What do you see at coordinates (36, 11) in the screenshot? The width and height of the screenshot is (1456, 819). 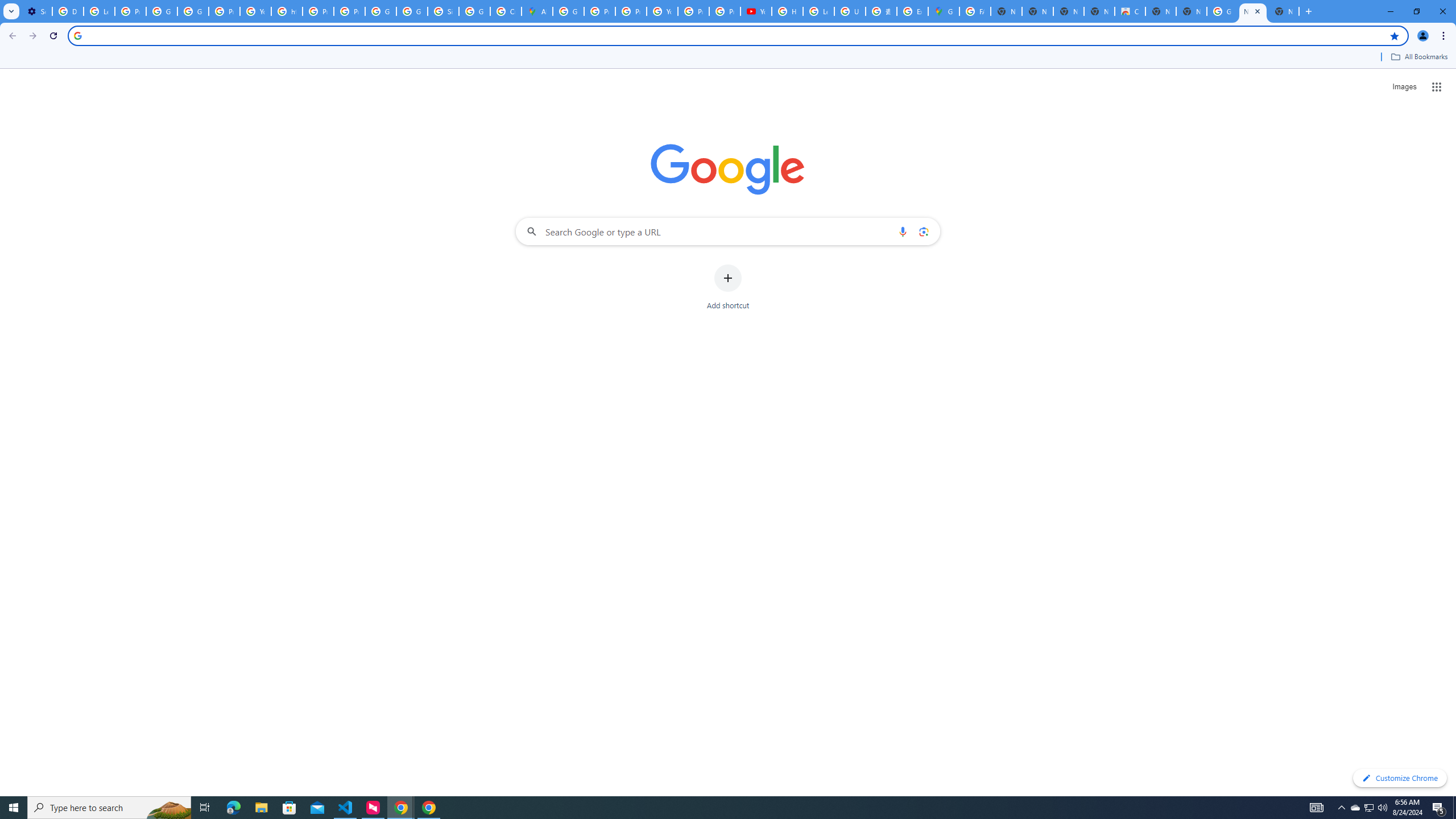 I see `'Settings - On startup'` at bounding box center [36, 11].